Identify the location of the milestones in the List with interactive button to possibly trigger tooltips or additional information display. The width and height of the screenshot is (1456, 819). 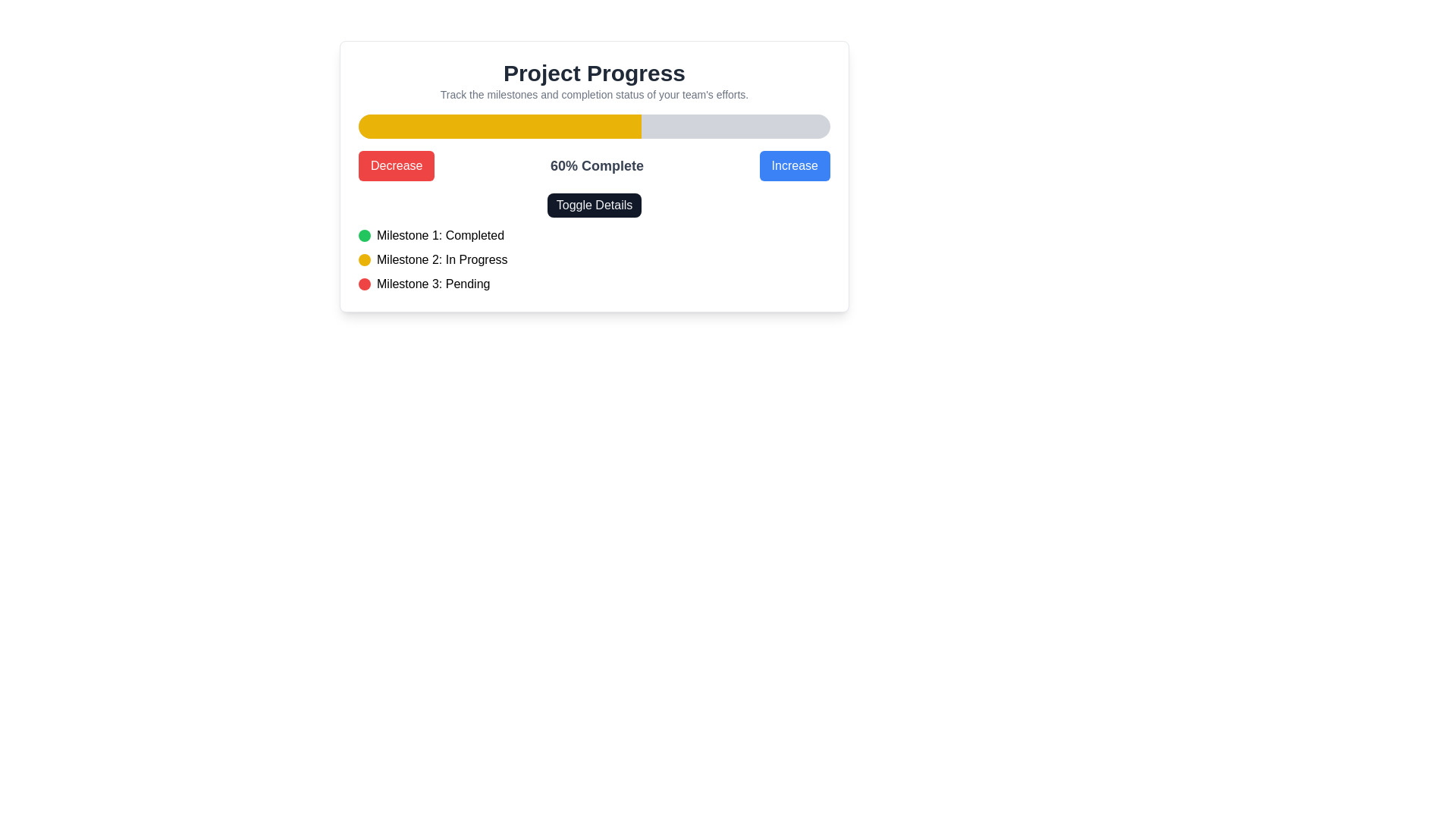
(593, 242).